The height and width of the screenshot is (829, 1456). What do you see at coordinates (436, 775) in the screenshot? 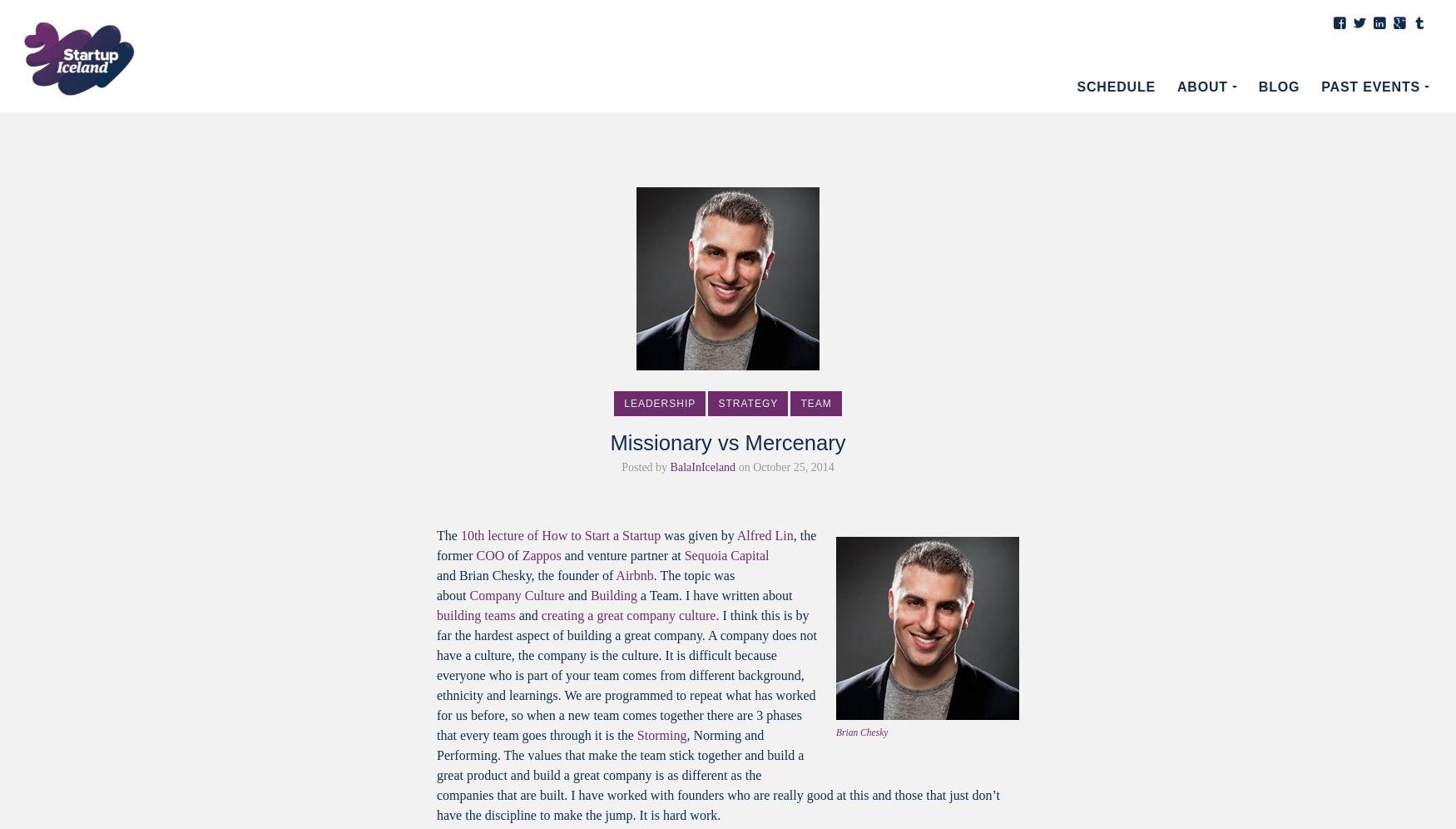
I see `', Norming and Performing. The values that make the team stick together and build a great product and build a great company is as different as the companies that are built. I have worked with founders who are really good at this and those that just don’t have the discipline to make the jump. It is hard work.'` at bounding box center [436, 775].